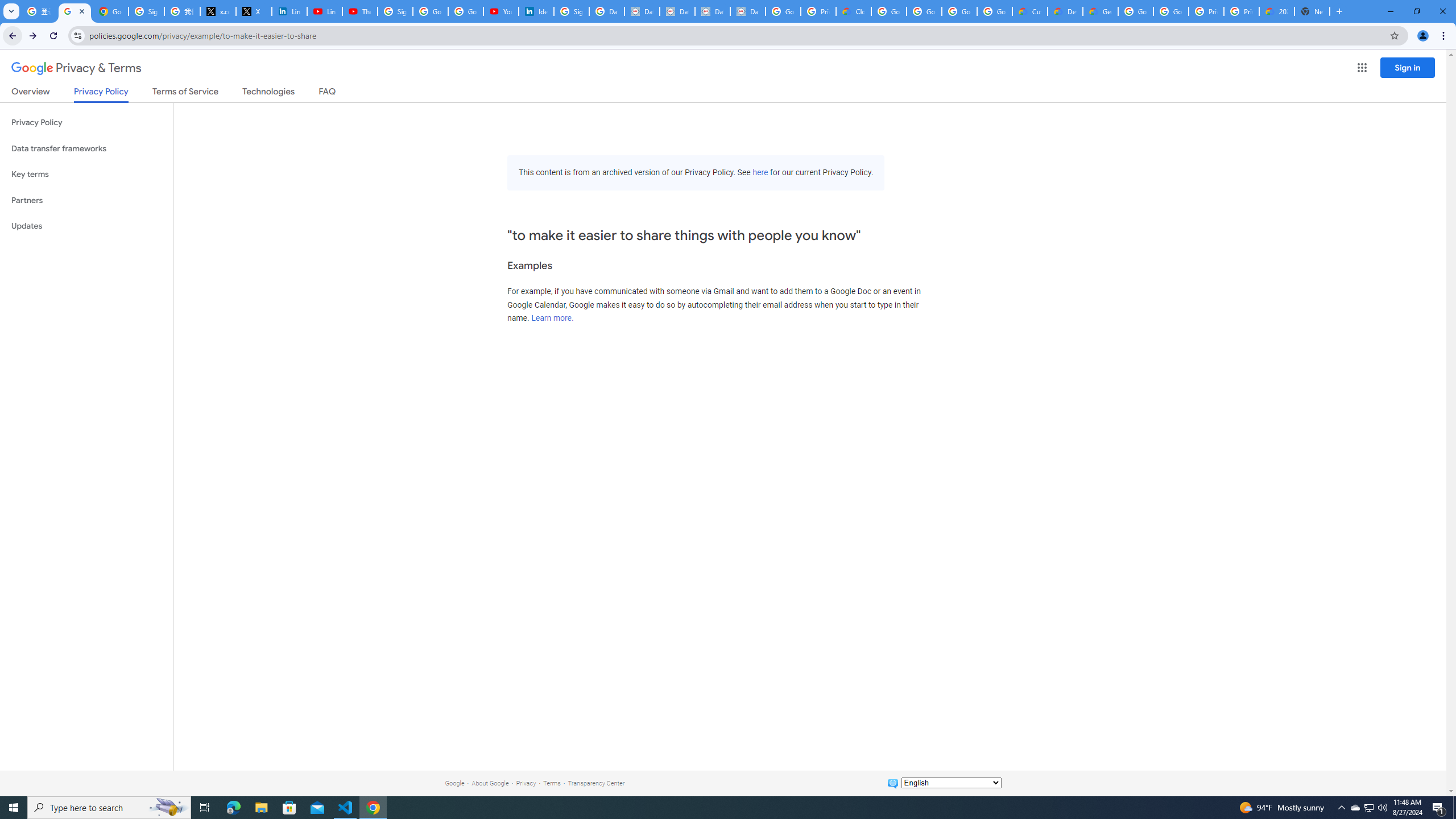 The height and width of the screenshot is (819, 1456). Describe the element at coordinates (853, 11) in the screenshot. I see `'Cloud Data Processing Addendum | Google Cloud'` at that location.